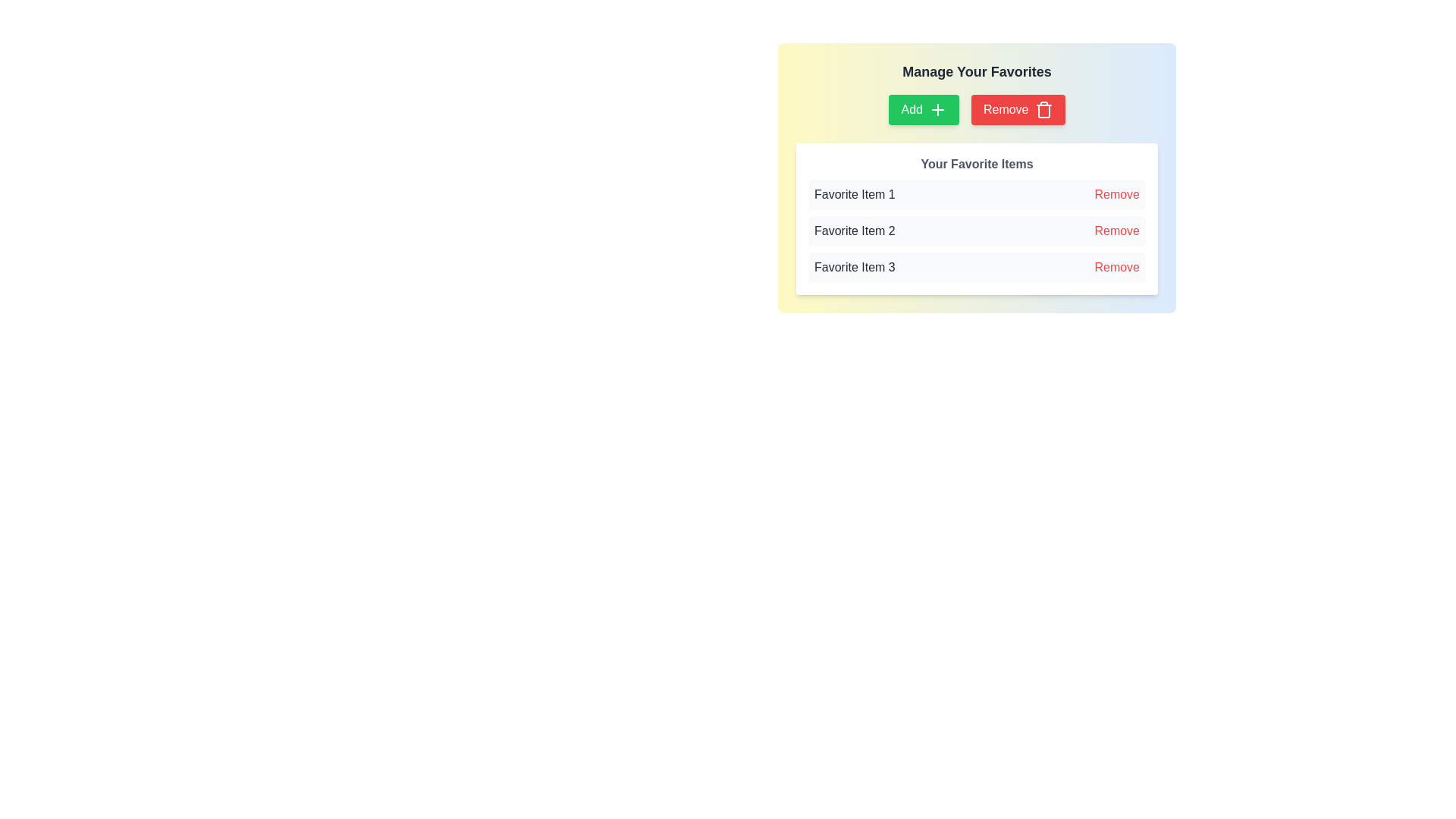 The image size is (1456, 819). What do you see at coordinates (855, 231) in the screenshot?
I see `the text label displaying 'Favorite Item 2' which is positioned in the second row of the 'Your Favorite Items' list` at bounding box center [855, 231].